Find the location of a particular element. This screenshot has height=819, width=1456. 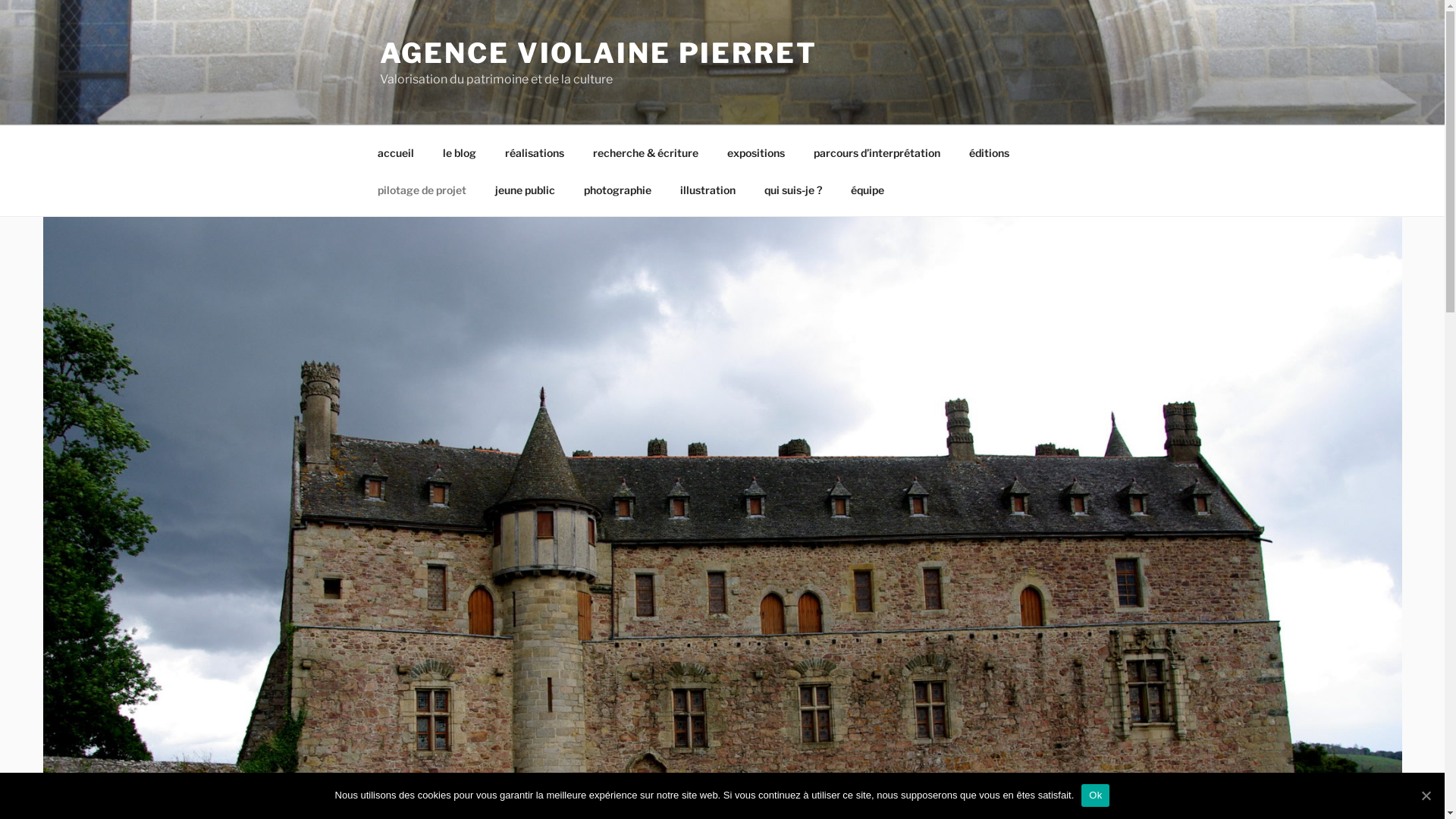

'AGENCE VIOLAINE PIERRET' is located at coordinates (597, 52).